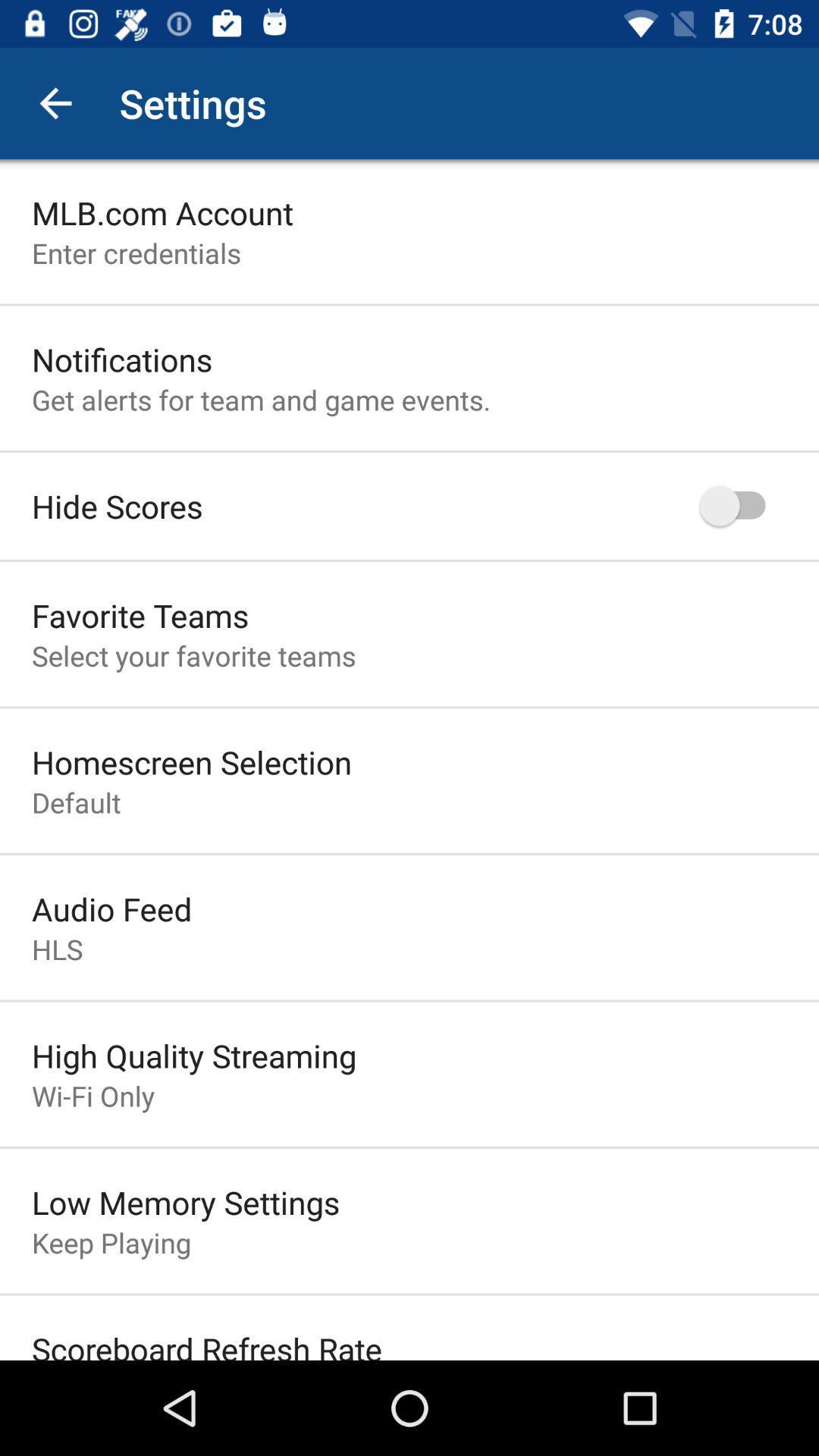 The width and height of the screenshot is (819, 1456). I want to click on the item above audio feed, so click(76, 802).